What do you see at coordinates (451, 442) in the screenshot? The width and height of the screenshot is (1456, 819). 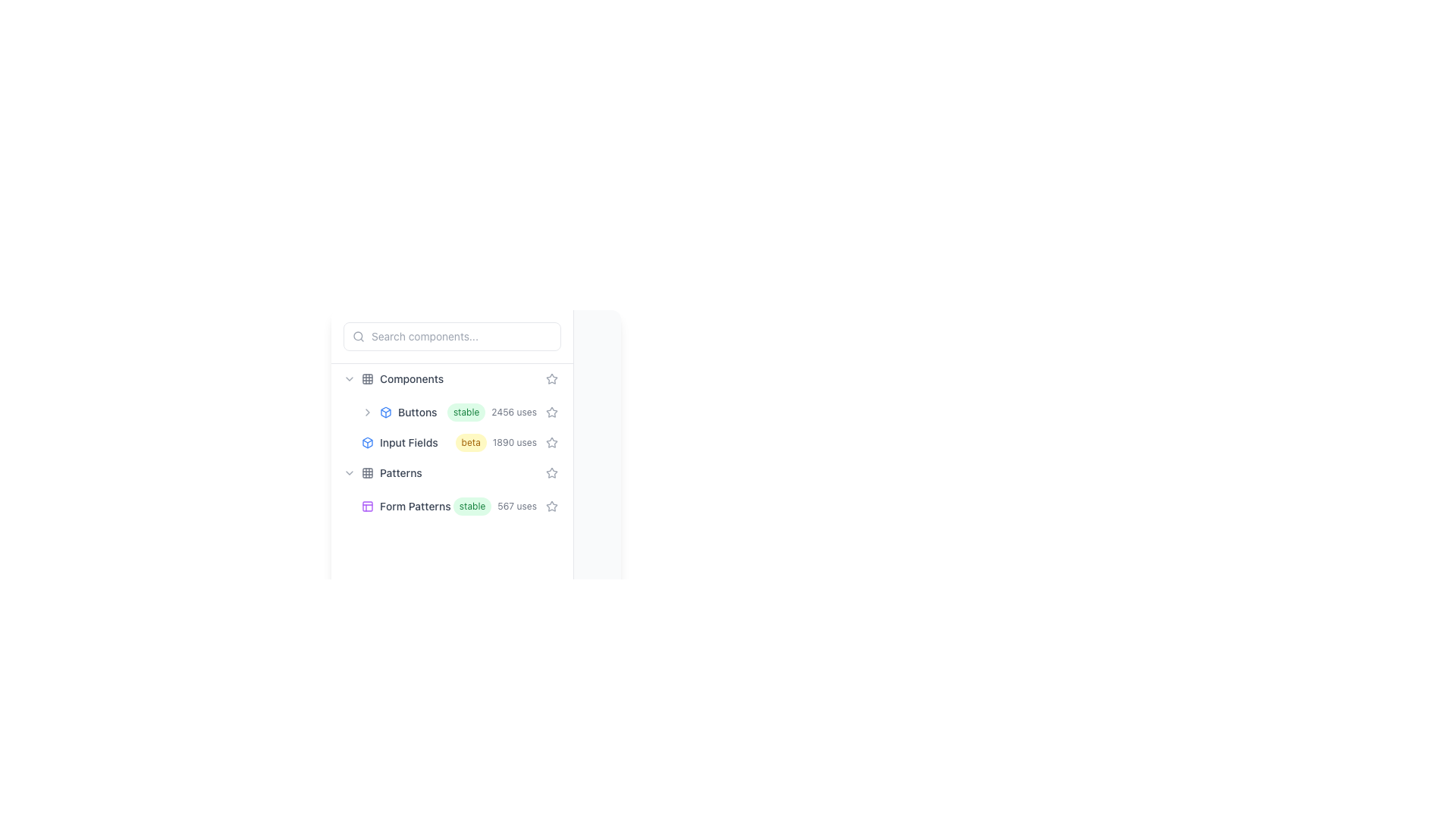 I see `the badge in the second row of the list item that describes the 'Input Fields' component to read its content` at bounding box center [451, 442].